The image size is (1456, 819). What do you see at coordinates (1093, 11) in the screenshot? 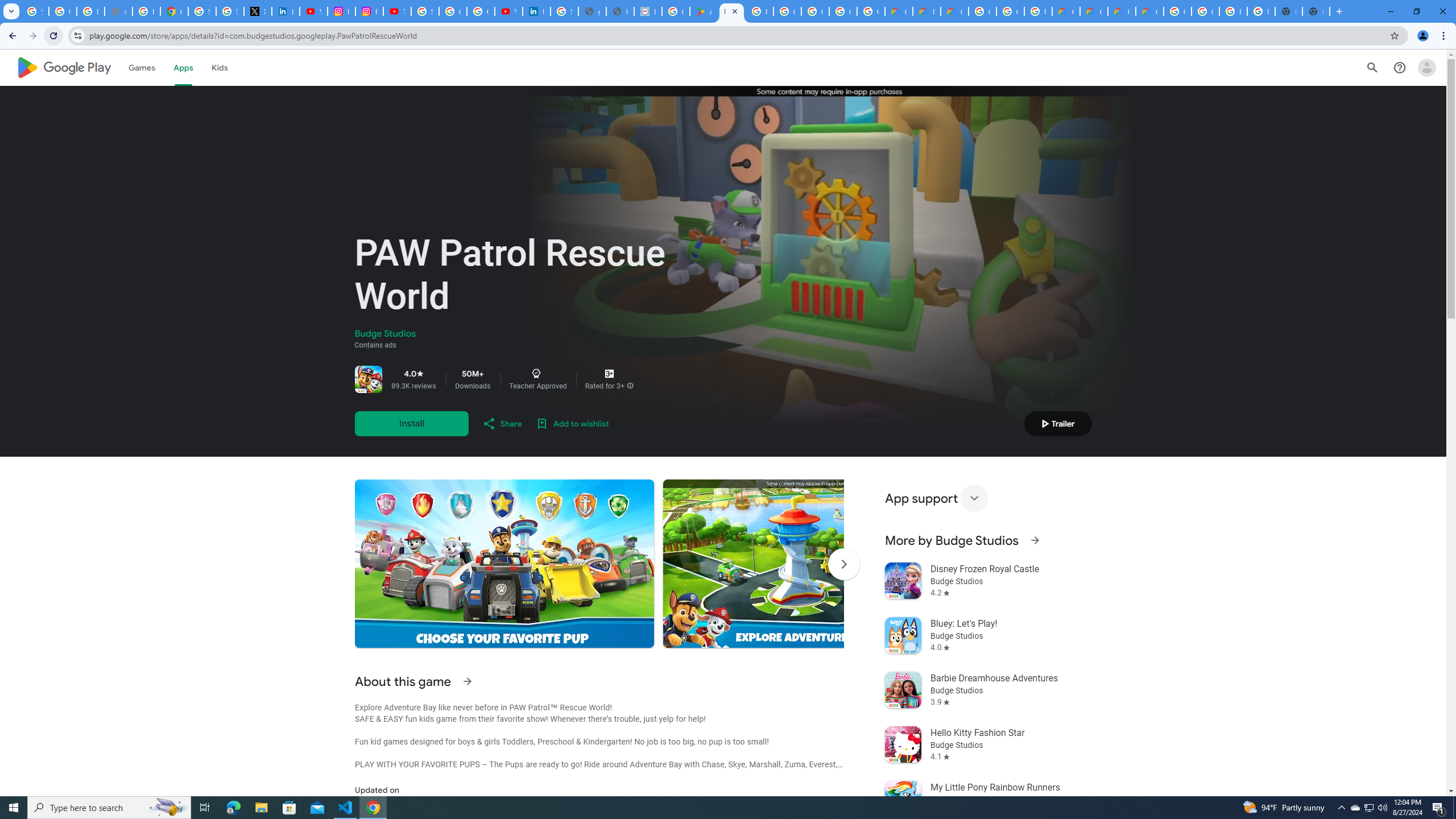
I see `'Google Cloud Pricing Calculator'` at bounding box center [1093, 11].